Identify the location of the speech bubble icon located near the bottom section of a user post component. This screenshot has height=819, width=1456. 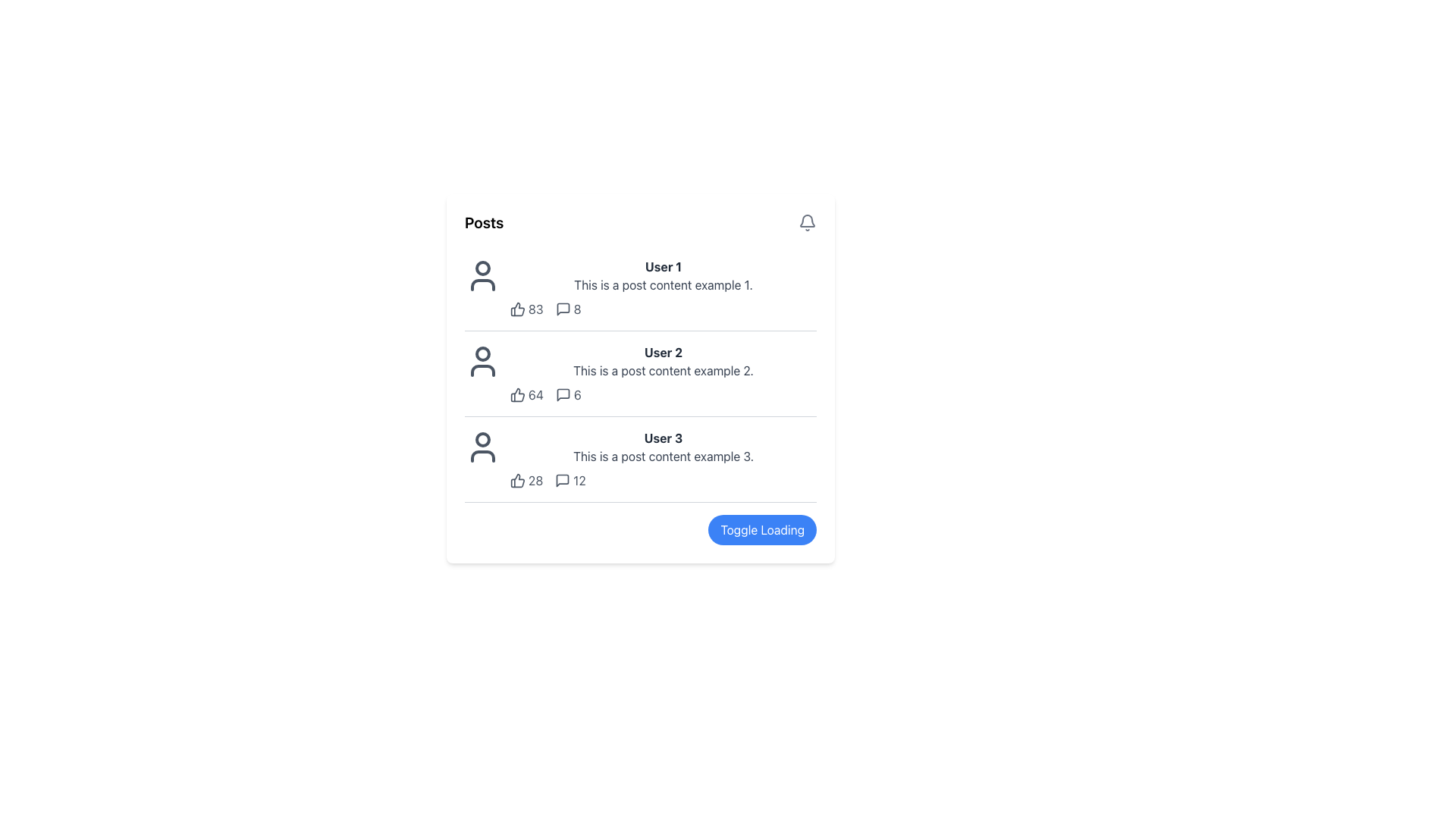
(562, 480).